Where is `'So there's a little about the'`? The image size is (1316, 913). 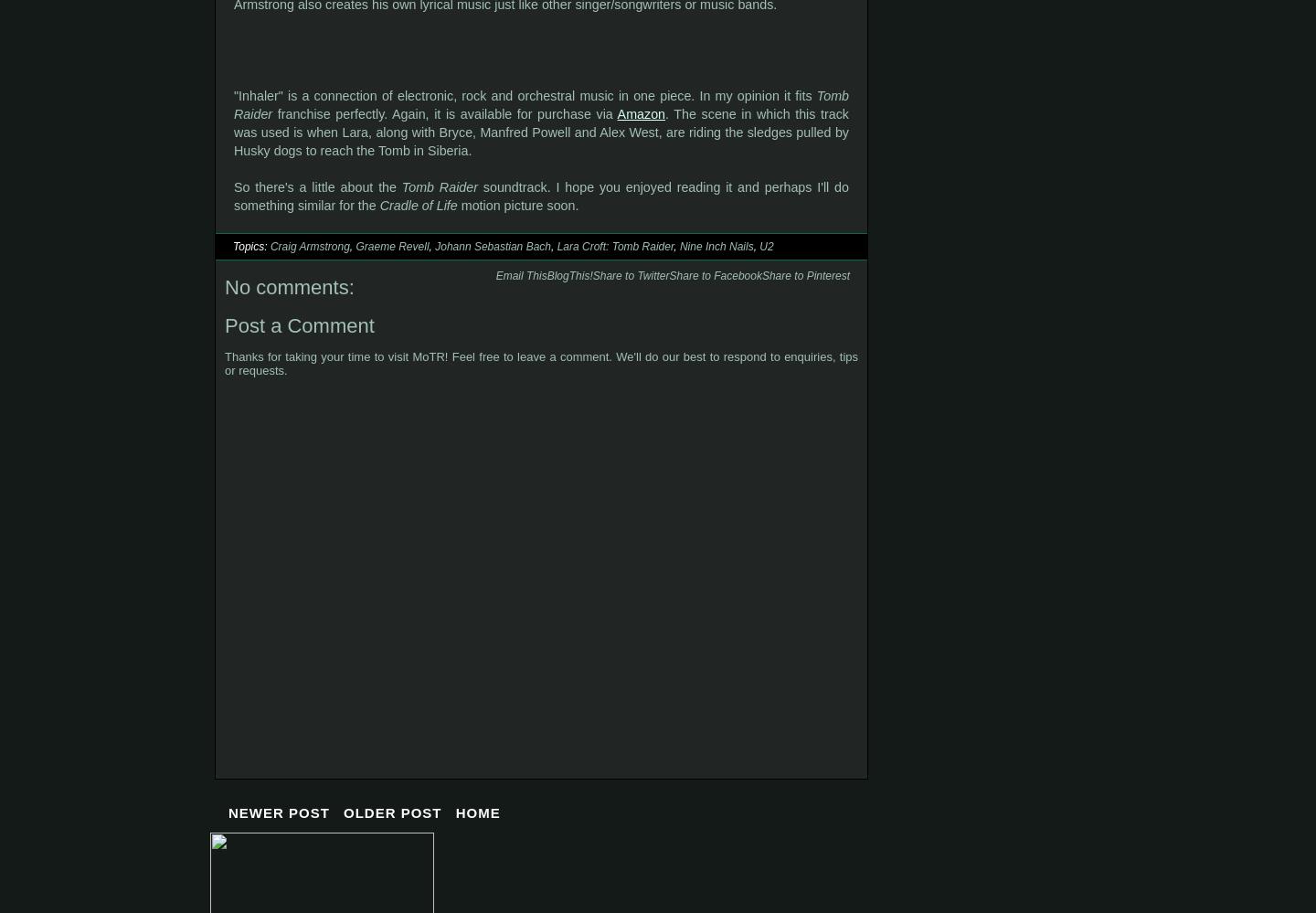
'So there's a little about the' is located at coordinates (317, 186).